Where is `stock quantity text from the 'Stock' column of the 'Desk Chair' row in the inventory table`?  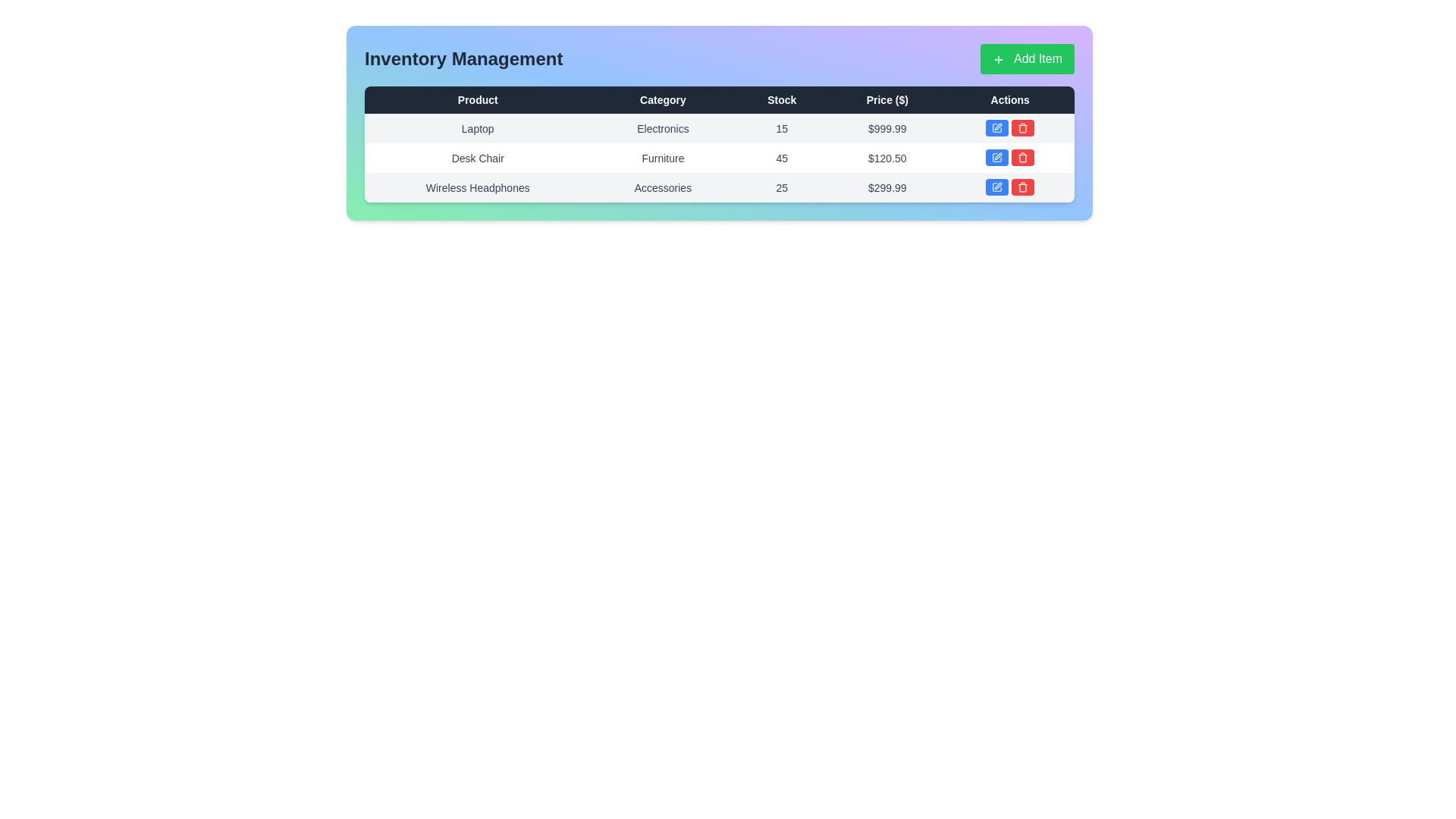 stock quantity text from the 'Stock' column of the 'Desk Chair' row in the inventory table is located at coordinates (782, 158).